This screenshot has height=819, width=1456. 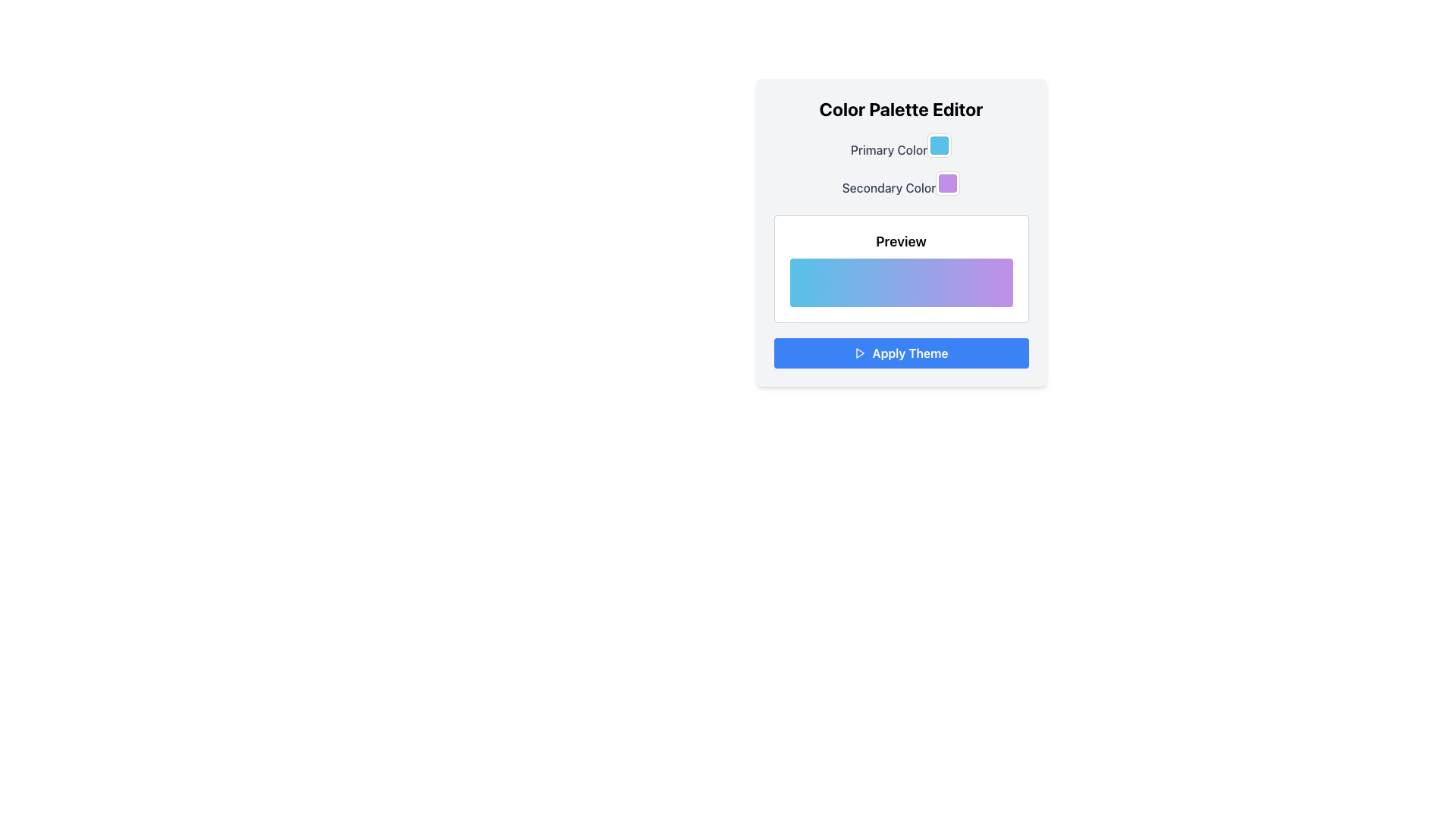 What do you see at coordinates (939, 146) in the screenshot?
I see `the color picker swatch located in the top-middle section of the interface, to the right of the 'Primary Color' label` at bounding box center [939, 146].